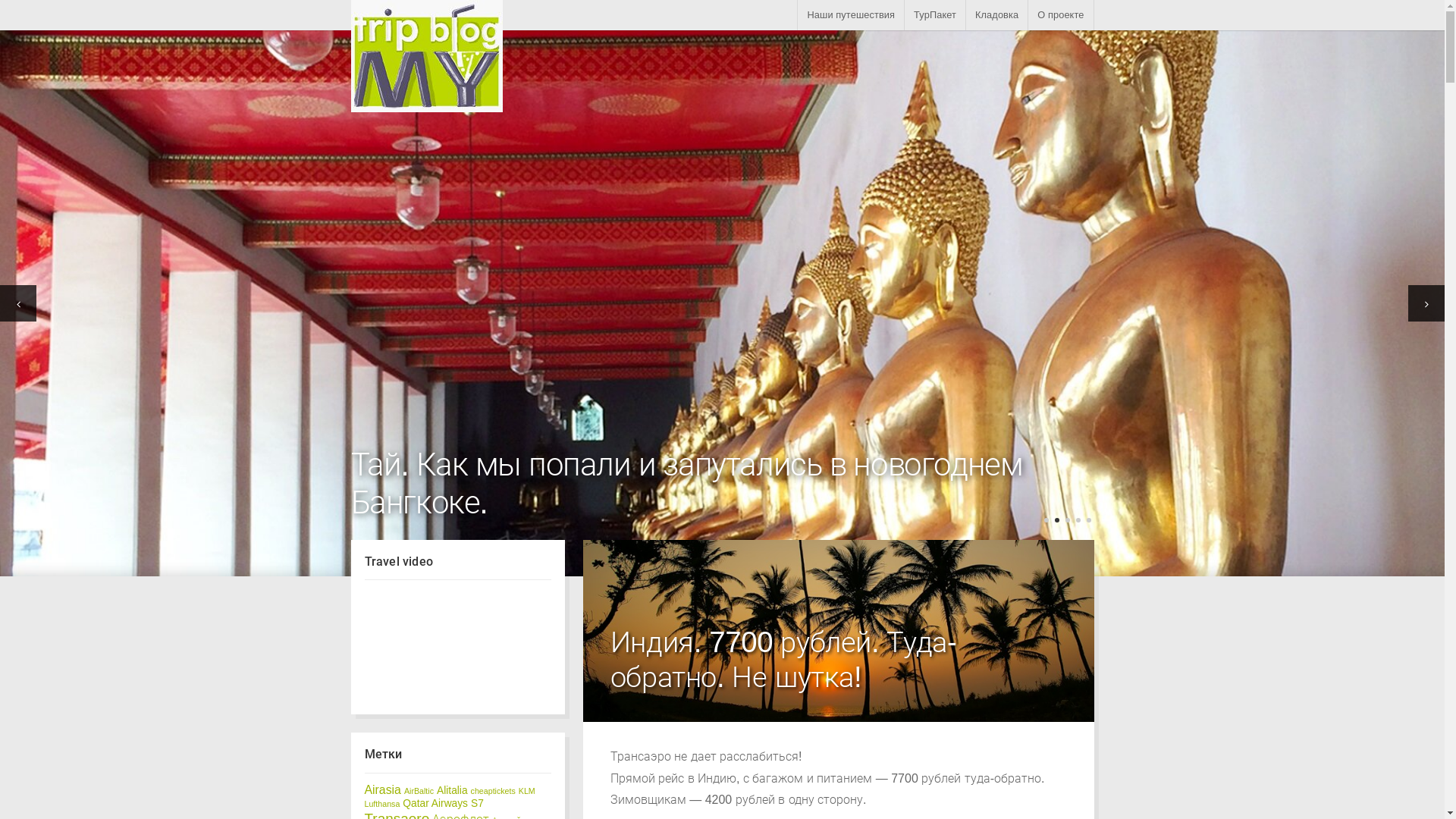  I want to click on '2', so click(1055, 519).